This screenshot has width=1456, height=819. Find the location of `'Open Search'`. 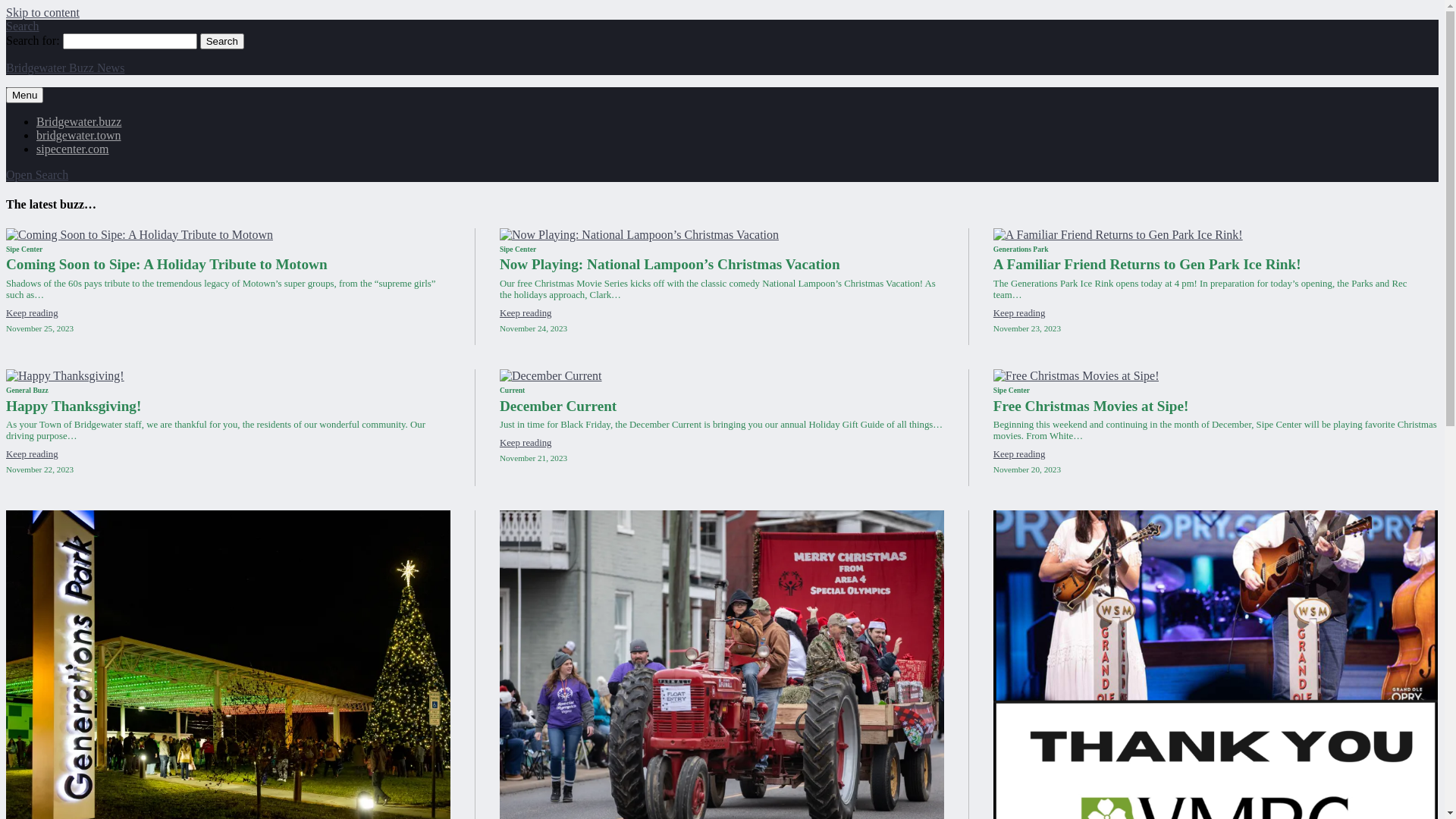

'Open Search' is located at coordinates (6, 174).